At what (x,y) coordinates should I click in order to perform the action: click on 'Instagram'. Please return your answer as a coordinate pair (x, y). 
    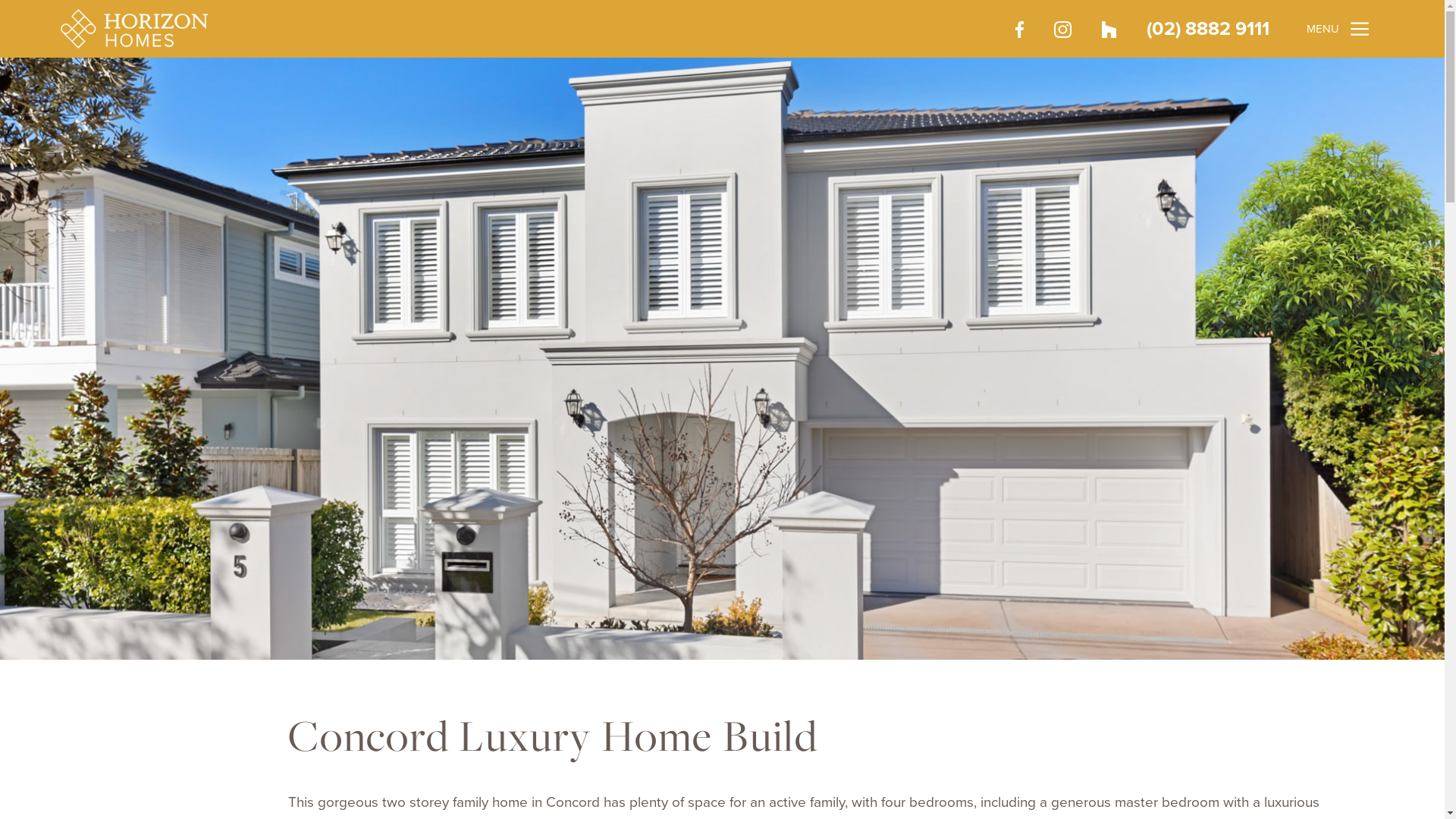
    Looking at the image, I should click on (1037, 29).